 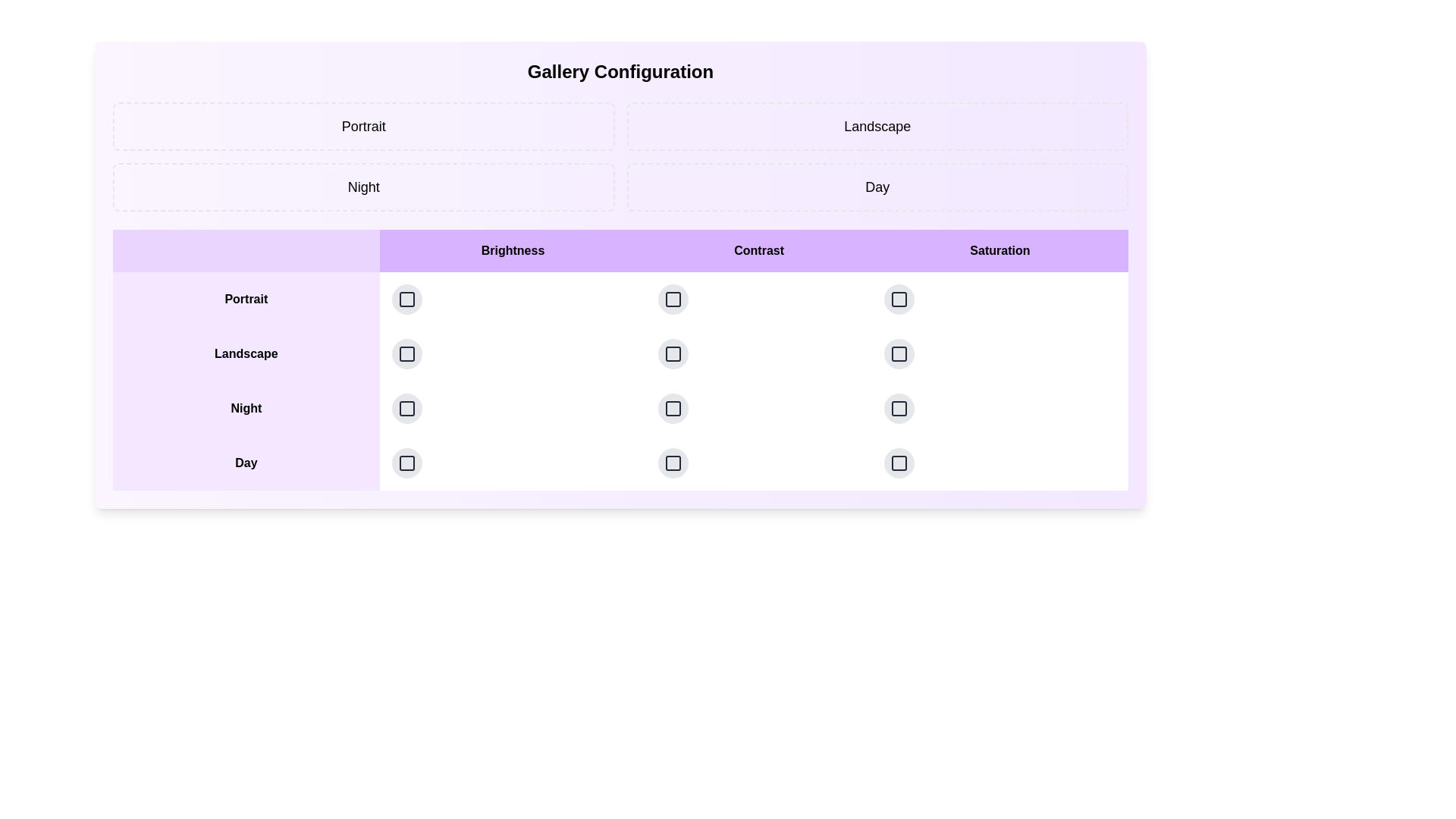 What do you see at coordinates (406, 299) in the screenshot?
I see `the first checkbox under the 'Brightness' column for the 'Portrait' category` at bounding box center [406, 299].